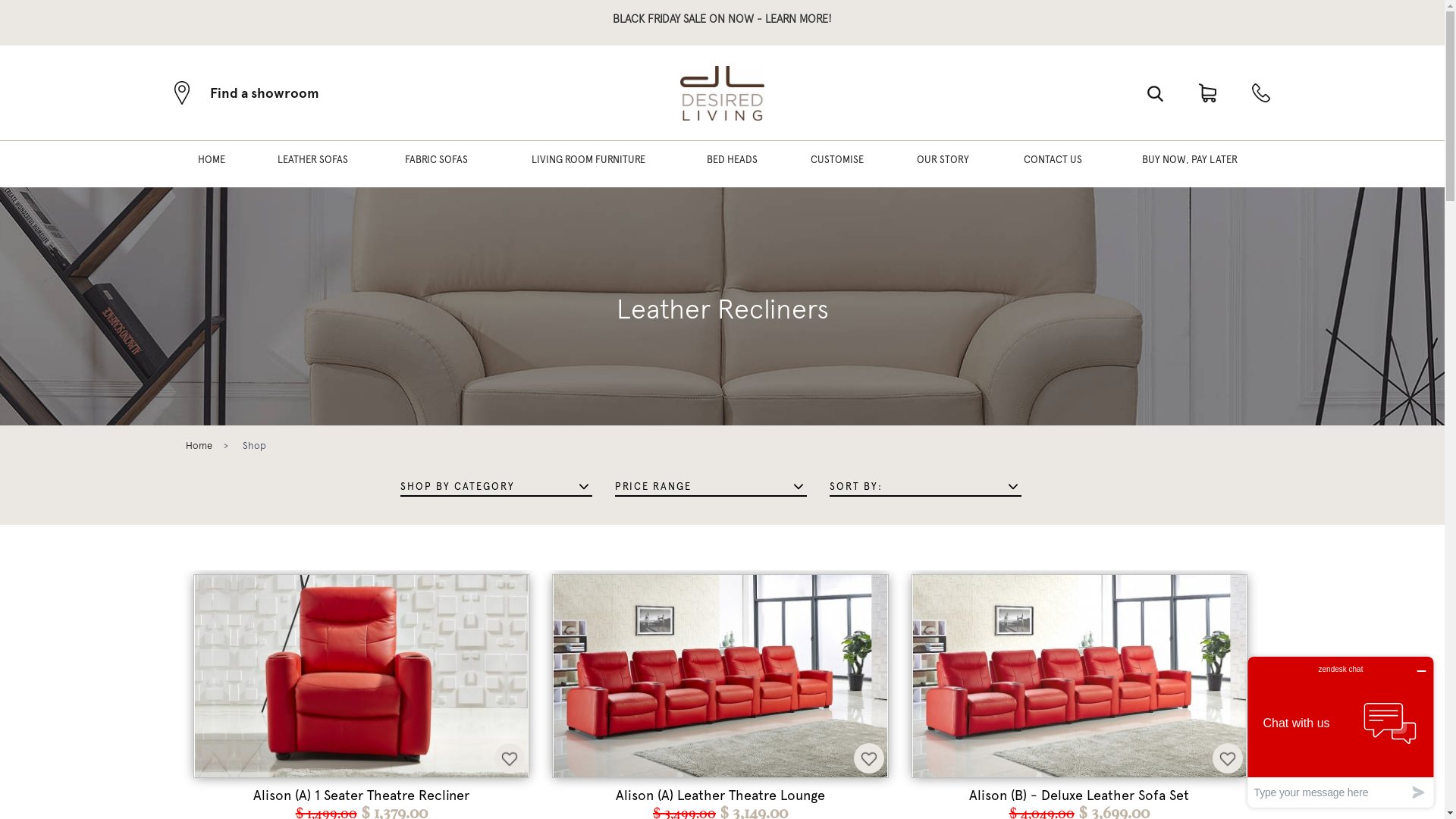 Image resolution: width=1456 pixels, height=819 pixels. What do you see at coordinates (198, 444) in the screenshot?
I see `'Home'` at bounding box center [198, 444].